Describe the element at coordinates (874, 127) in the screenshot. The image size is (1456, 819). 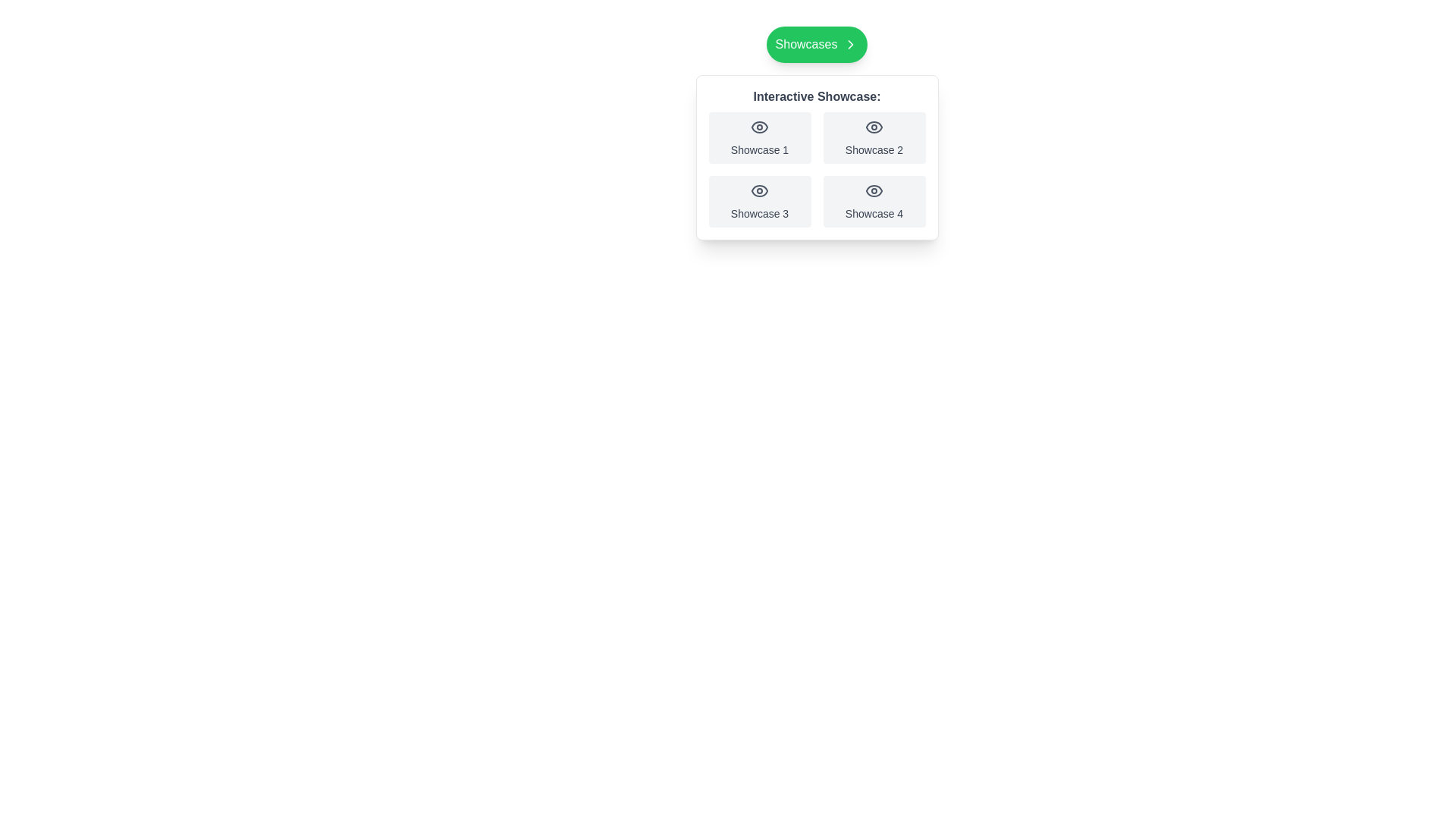
I see `the rounded eye icon within the 'Showcase 2' button, which features a hollow circular outline and a central dot, located in the upper-right quadrant of the showcase section` at that location.